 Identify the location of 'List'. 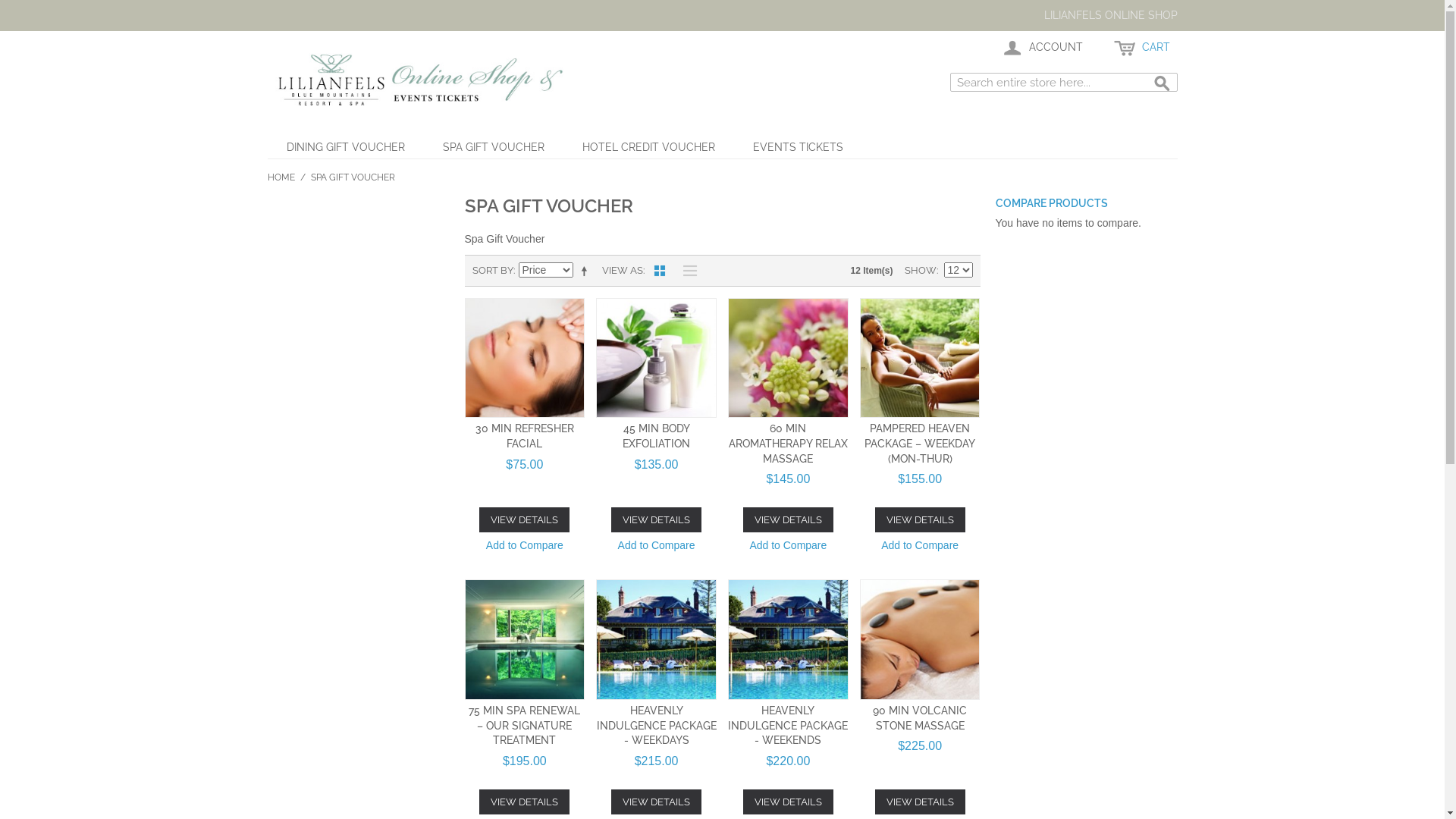
(686, 270).